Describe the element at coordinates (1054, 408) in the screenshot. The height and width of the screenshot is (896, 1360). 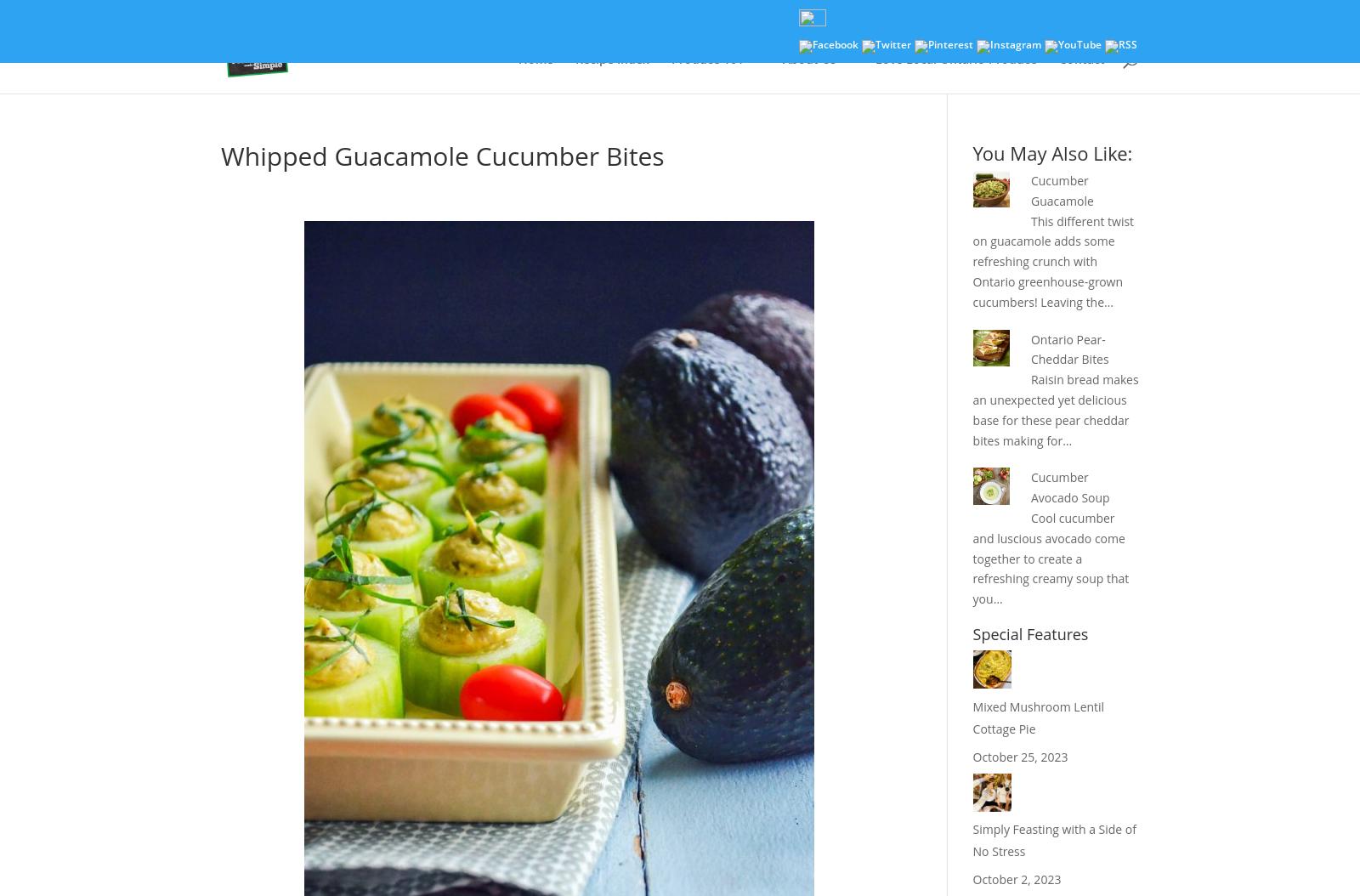
I see `'Raisin bread makes an unexpected yet delicious base for these pear cheddar bites making for…'` at that location.